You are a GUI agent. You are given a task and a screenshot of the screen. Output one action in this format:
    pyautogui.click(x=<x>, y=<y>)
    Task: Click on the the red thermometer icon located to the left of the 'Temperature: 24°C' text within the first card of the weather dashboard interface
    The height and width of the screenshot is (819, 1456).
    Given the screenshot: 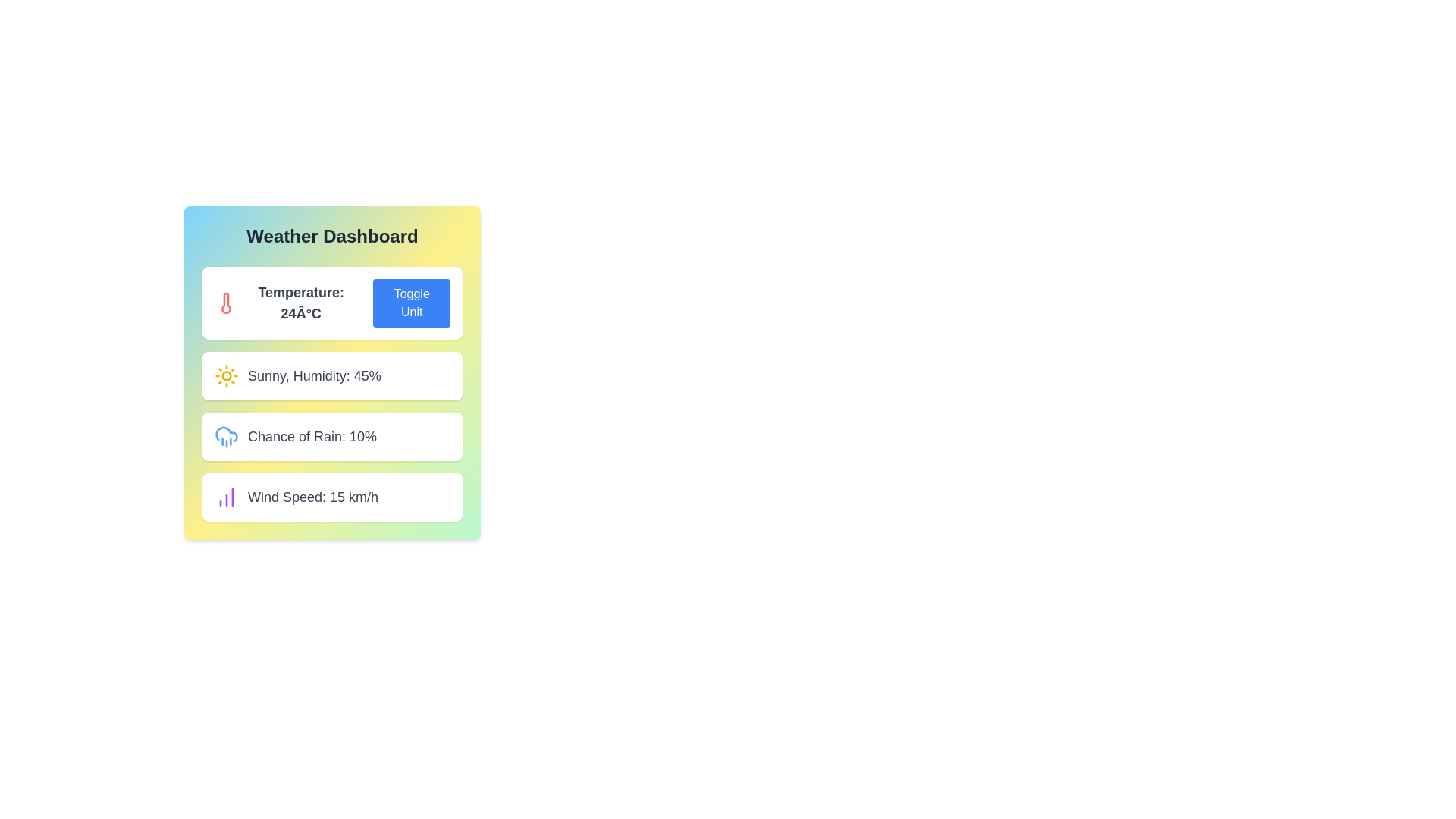 What is the action you would take?
    pyautogui.click(x=225, y=303)
    